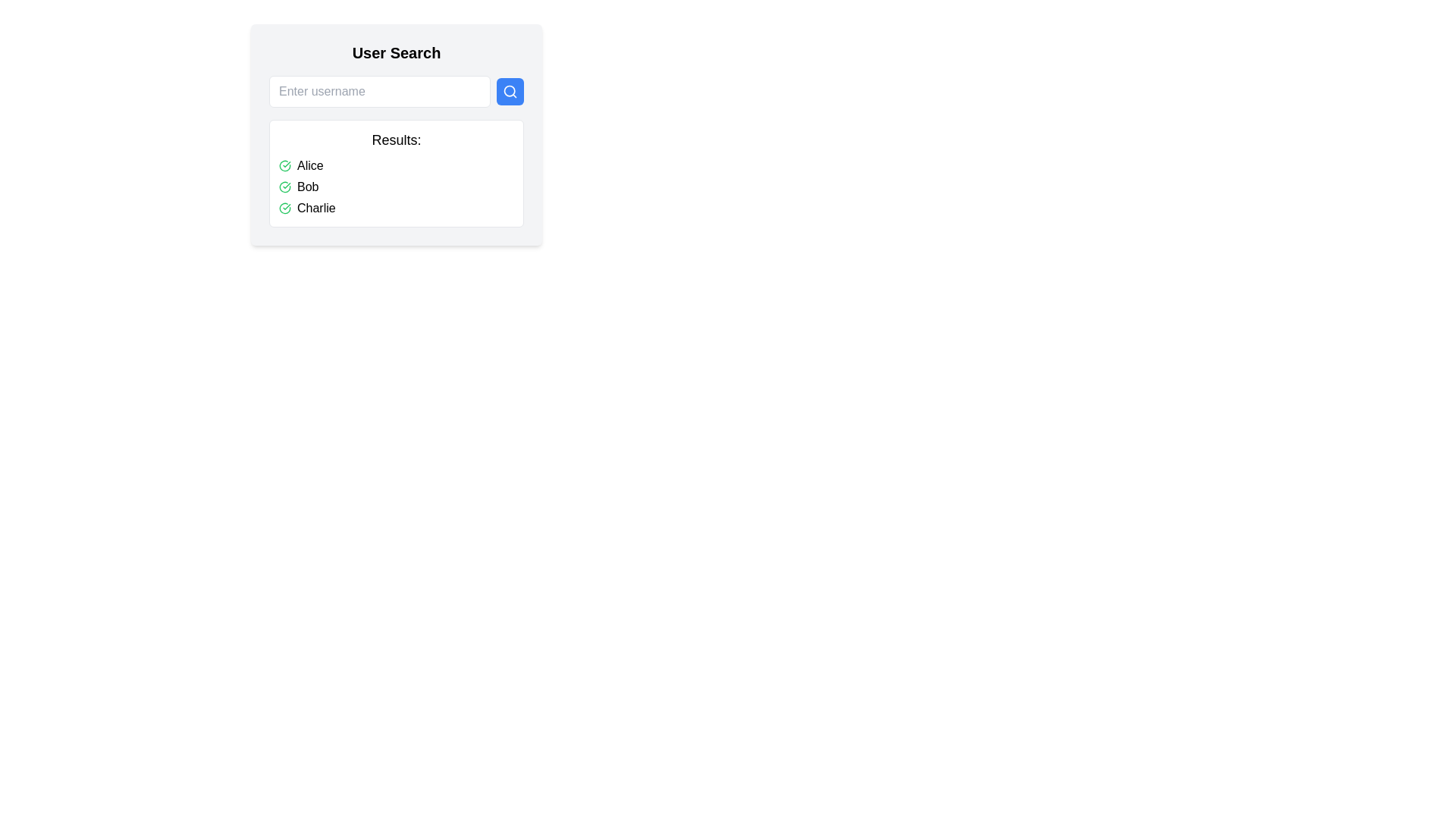  I want to click on the user 'Charlie', so click(397, 208).